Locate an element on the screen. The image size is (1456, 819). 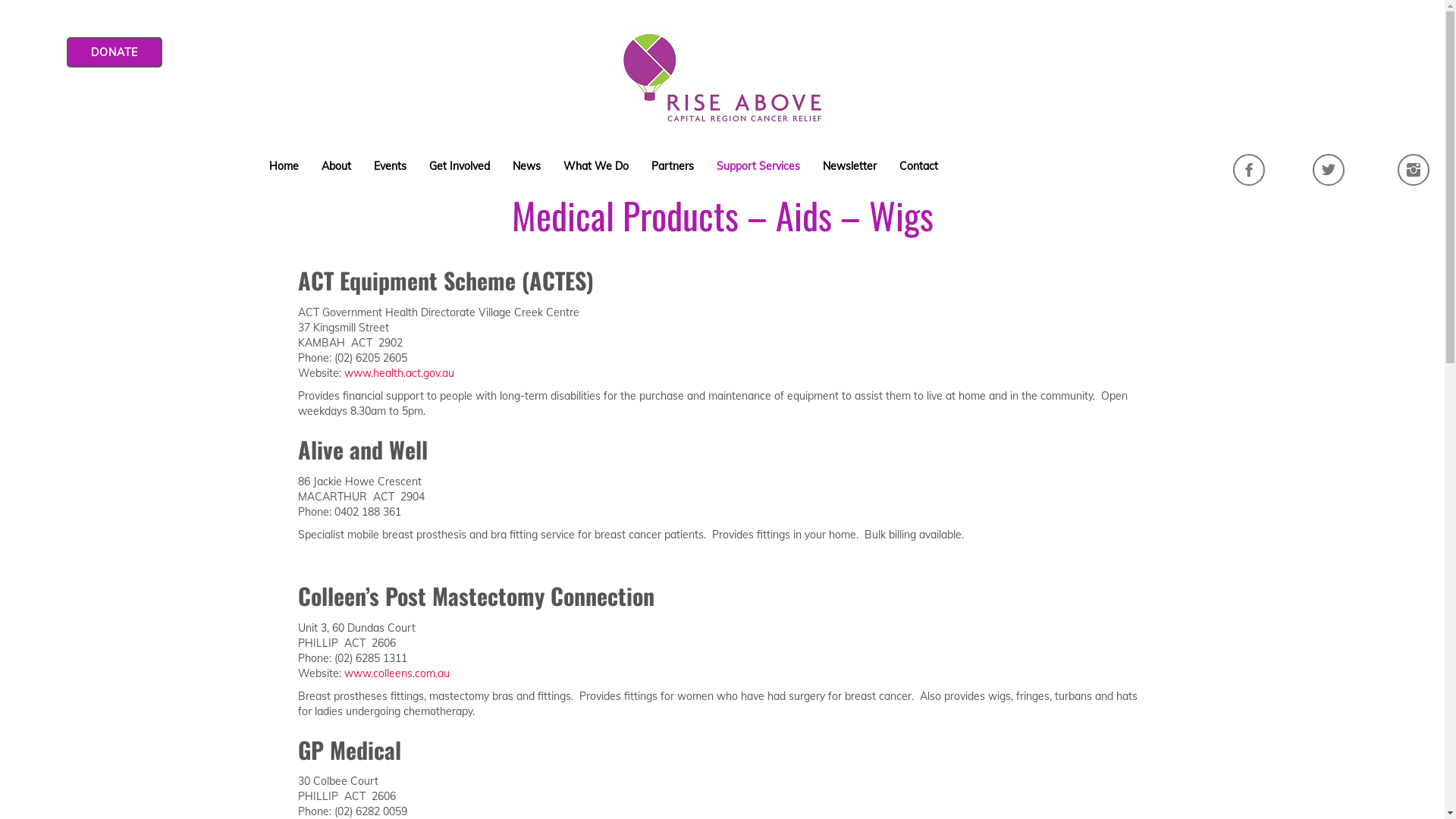
'Partners' is located at coordinates (672, 166).